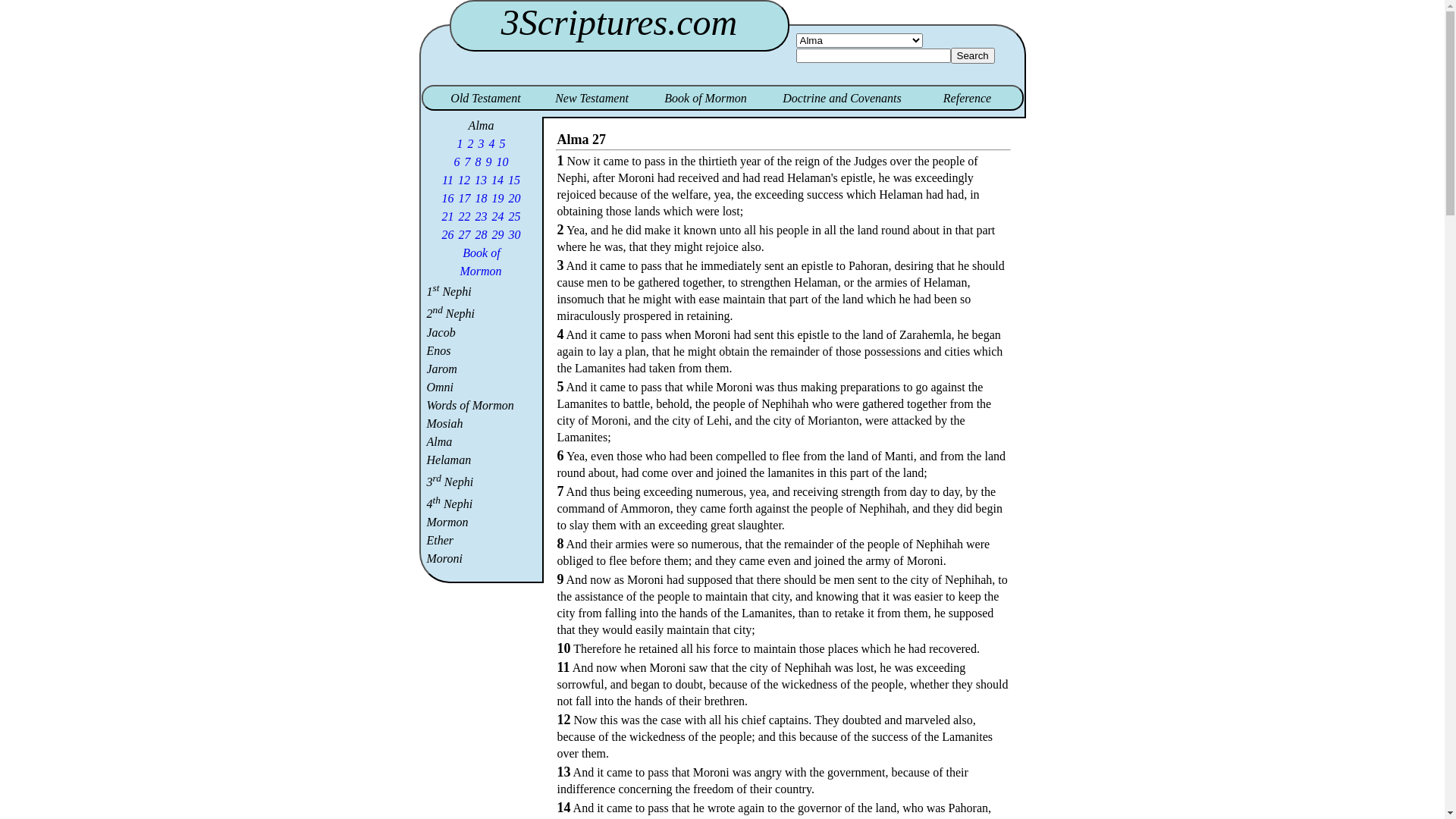  What do you see at coordinates (491, 143) in the screenshot?
I see `'4'` at bounding box center [491, 143].